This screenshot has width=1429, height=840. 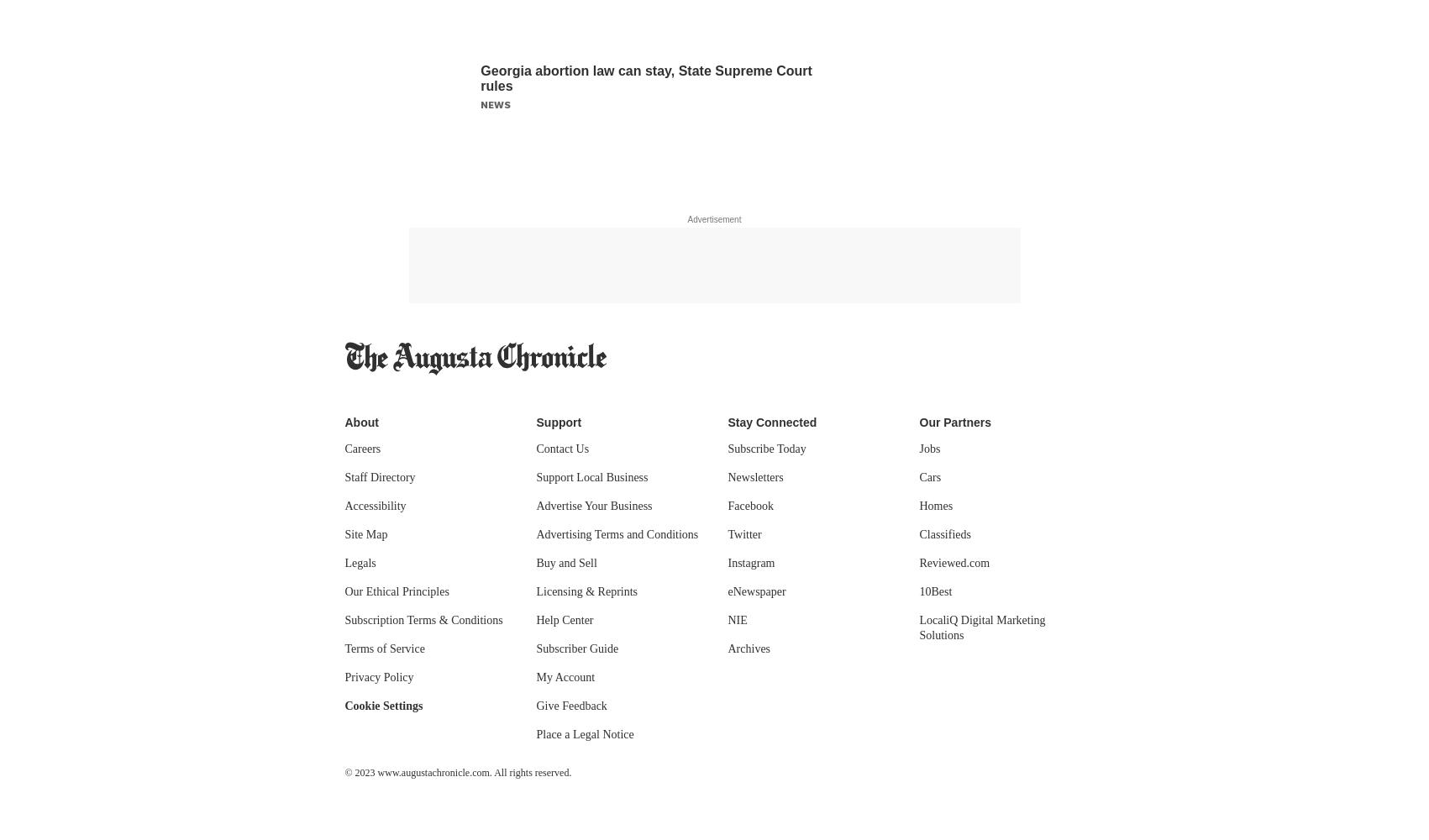 I want to click on 'Cars', so click(x=929, y=476).